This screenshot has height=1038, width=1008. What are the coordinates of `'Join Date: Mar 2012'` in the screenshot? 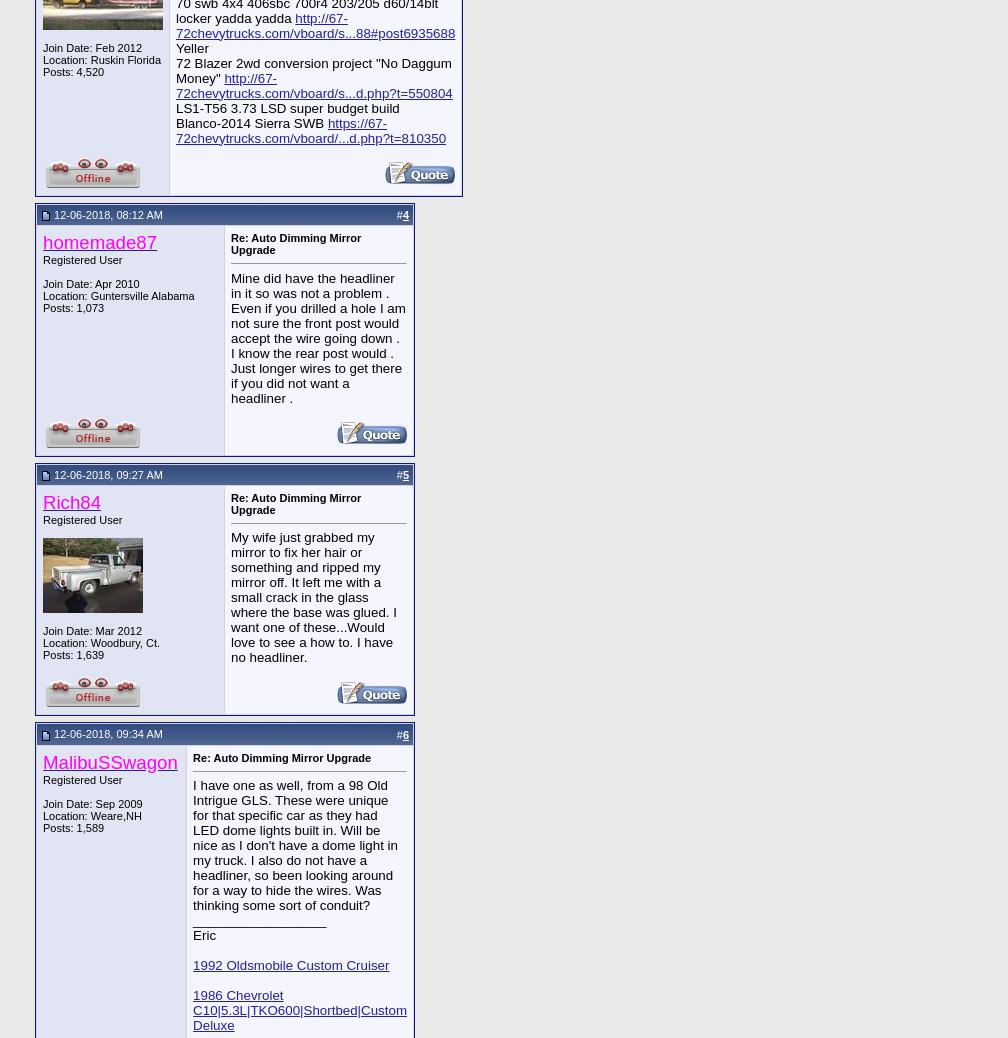 It's located at (92, 630).